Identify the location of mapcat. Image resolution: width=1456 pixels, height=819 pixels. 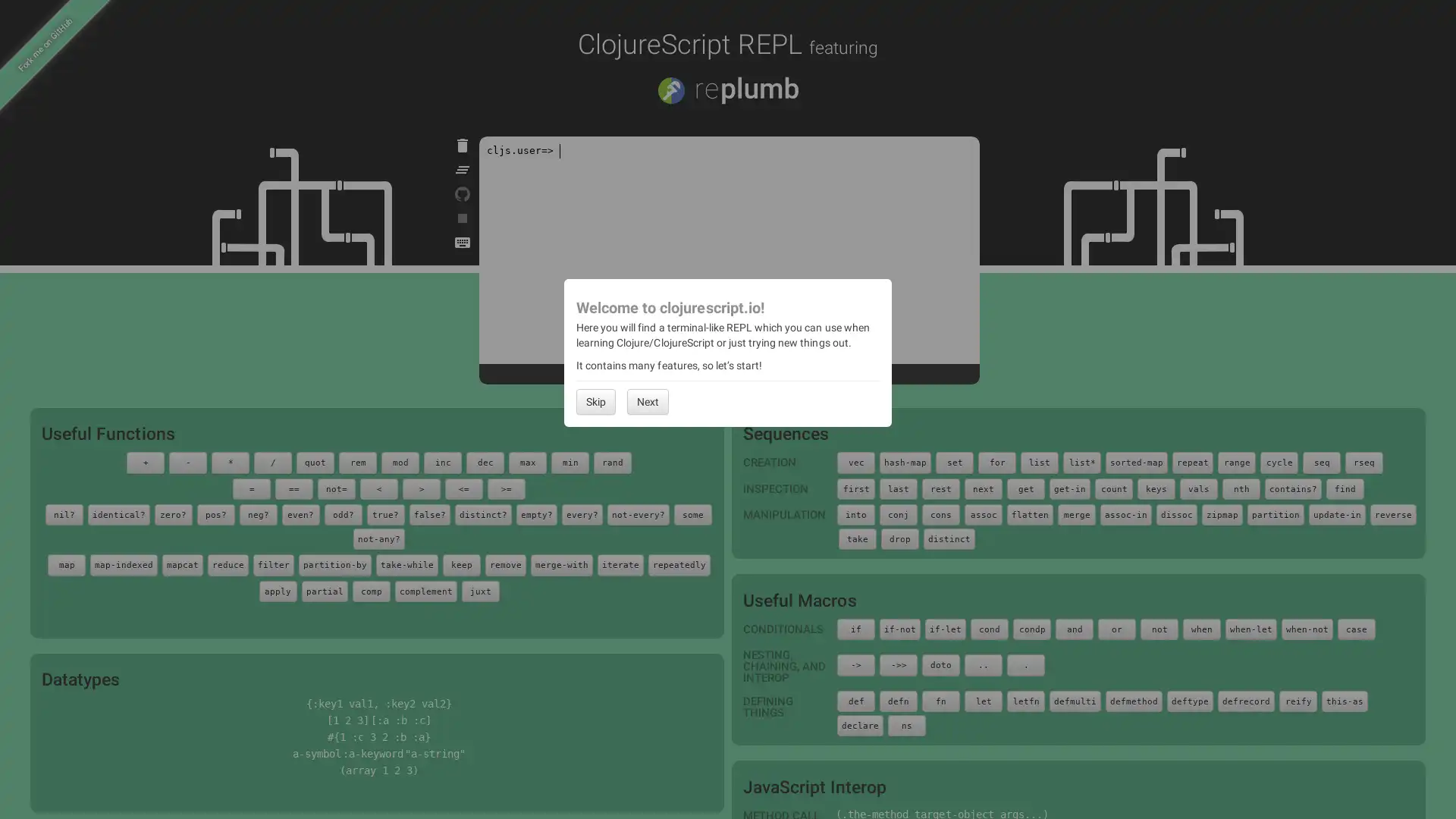
(182, 564).